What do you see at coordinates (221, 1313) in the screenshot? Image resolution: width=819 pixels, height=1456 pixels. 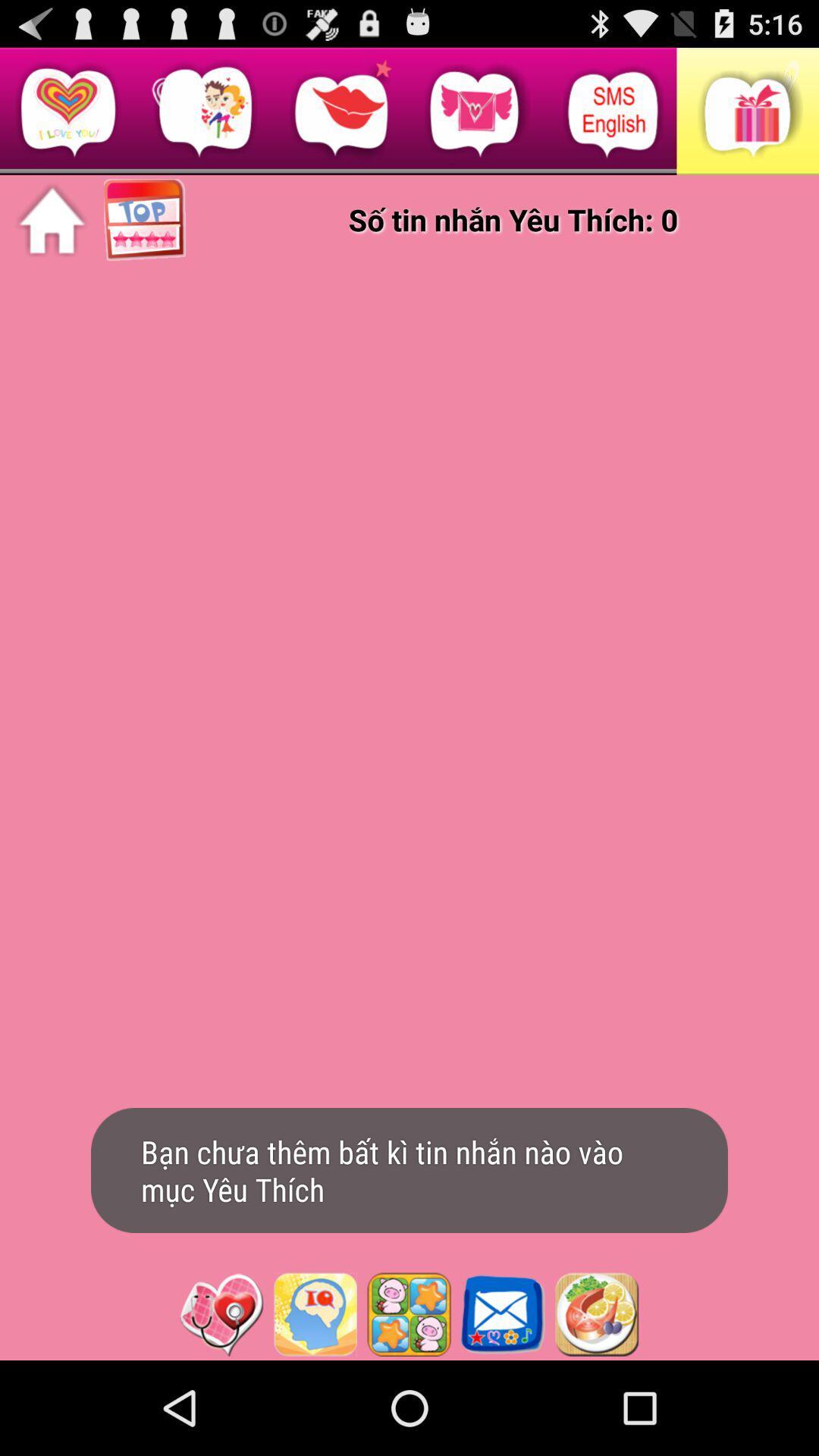 I see `this page` at bounding box center [221, 1313].